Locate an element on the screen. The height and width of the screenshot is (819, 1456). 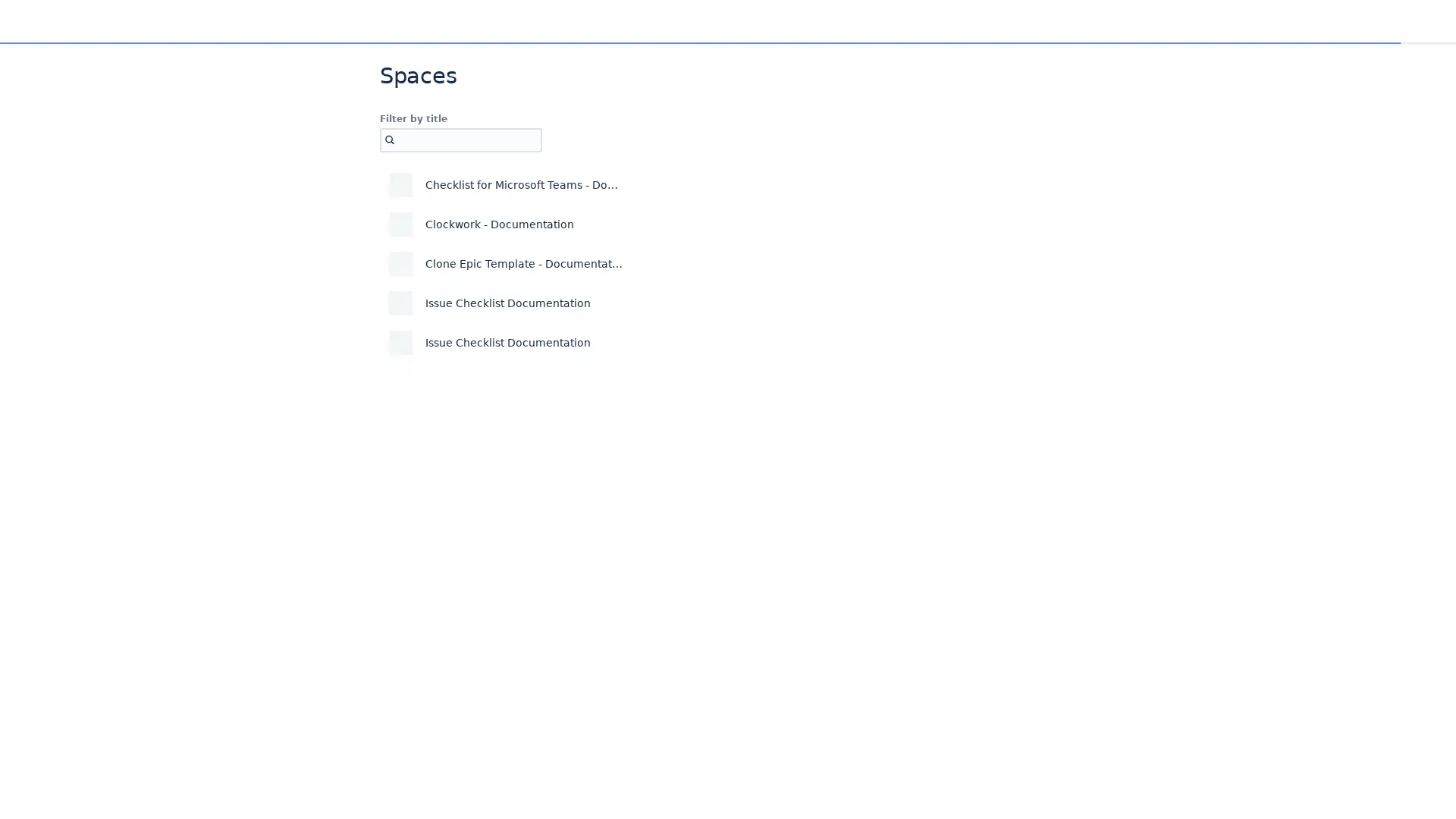
documentation is located at coordinates (687, 303).